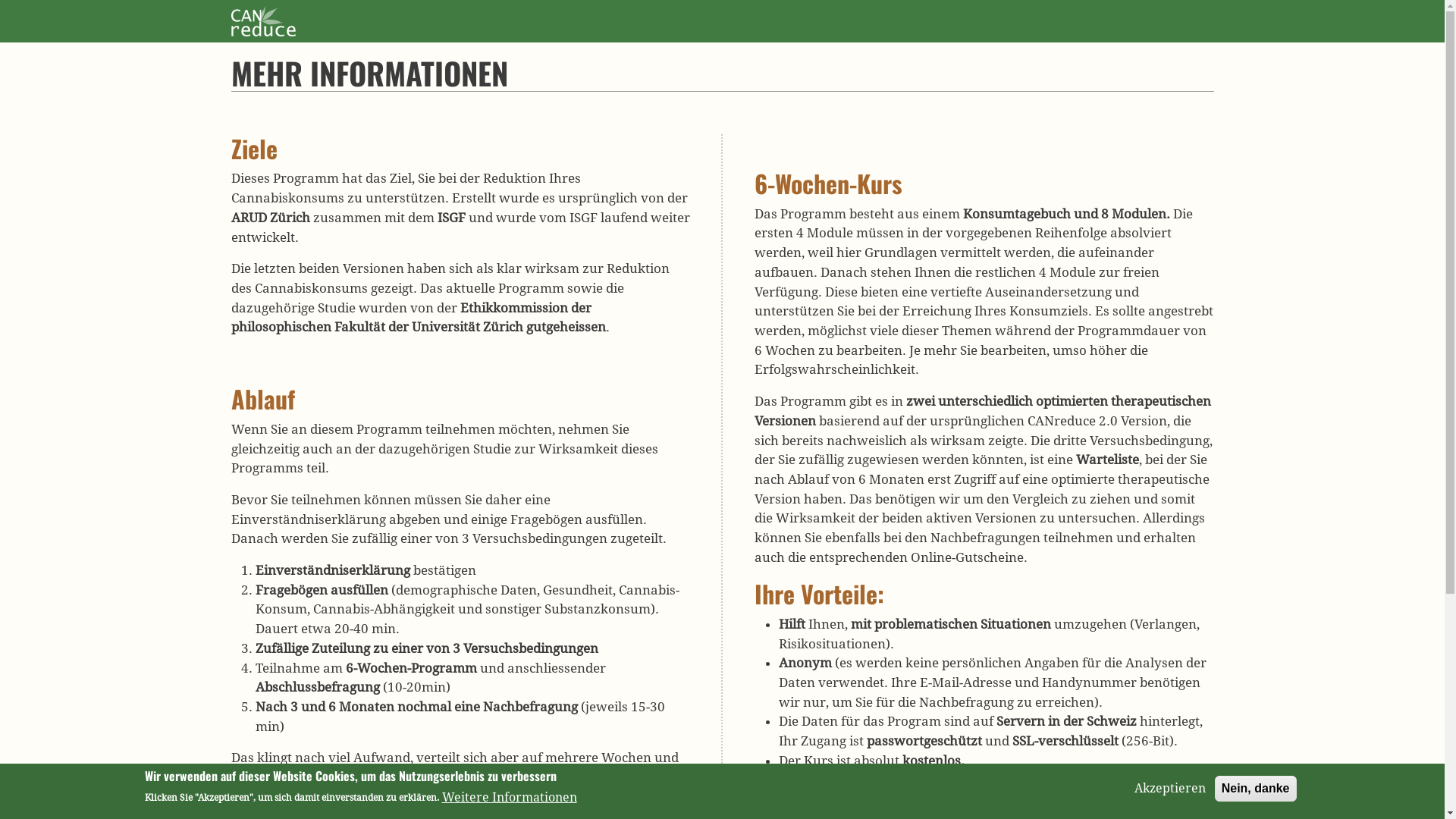 The image size is (1456, 819). I want to click on 'Startseite', so click(262, 17).